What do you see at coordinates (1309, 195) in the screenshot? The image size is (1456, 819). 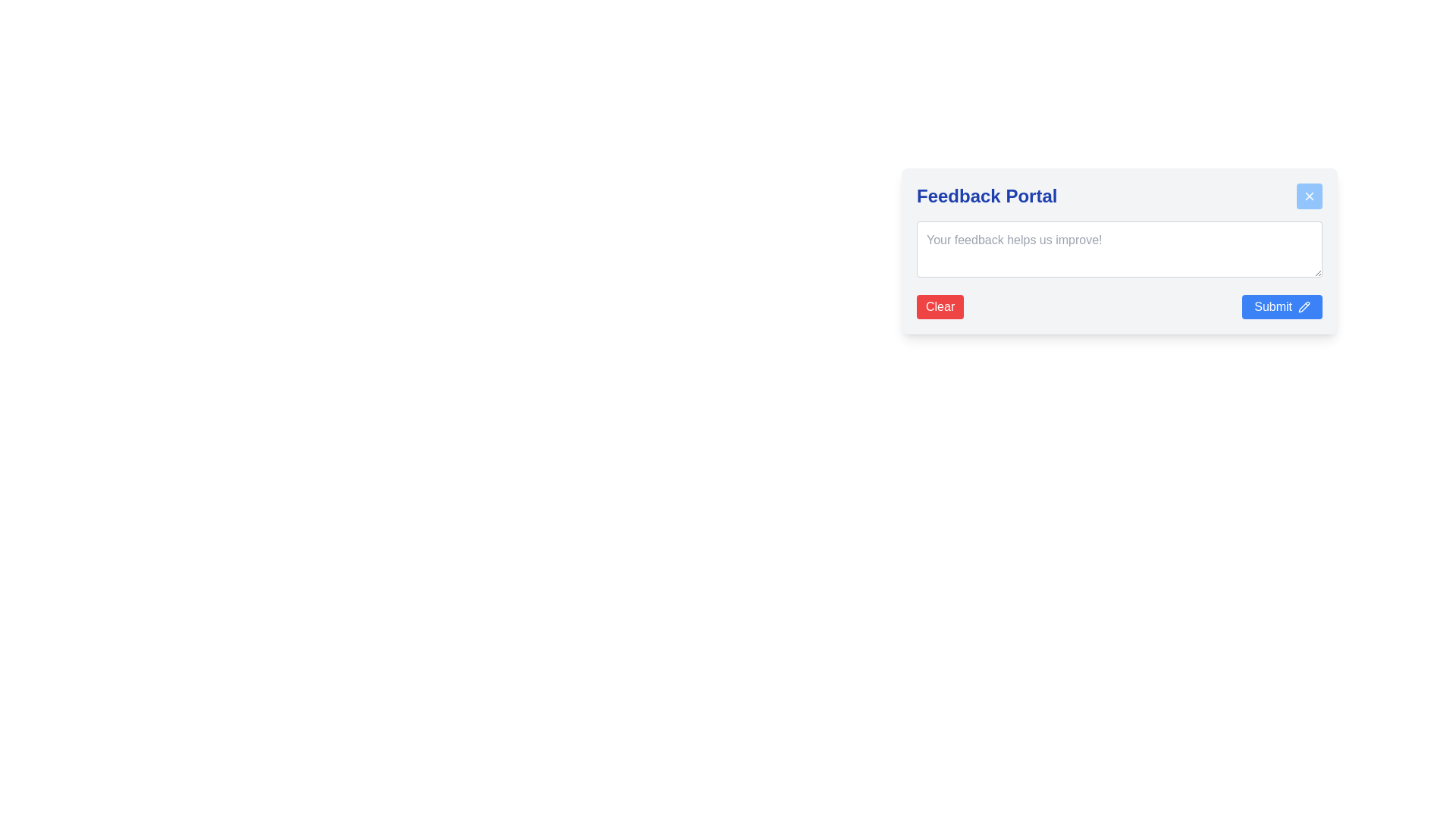 I see `the small rounded rectangular button with a blue background and white text in the top-right corner of the 'Feedback Portal' section` at bounding box center [1309, 195].